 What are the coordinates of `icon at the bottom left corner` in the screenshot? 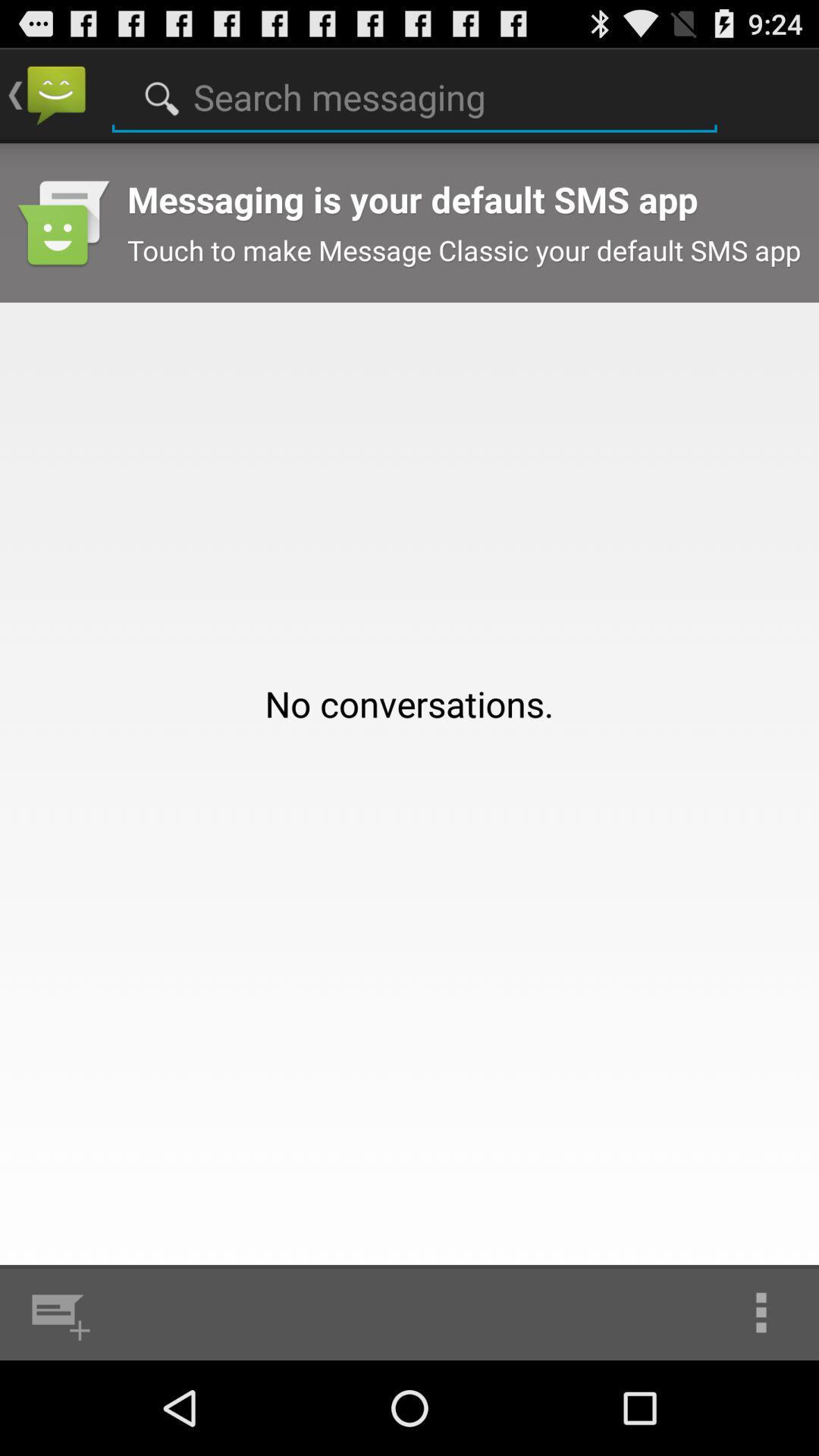 It's located at (57, 1312).